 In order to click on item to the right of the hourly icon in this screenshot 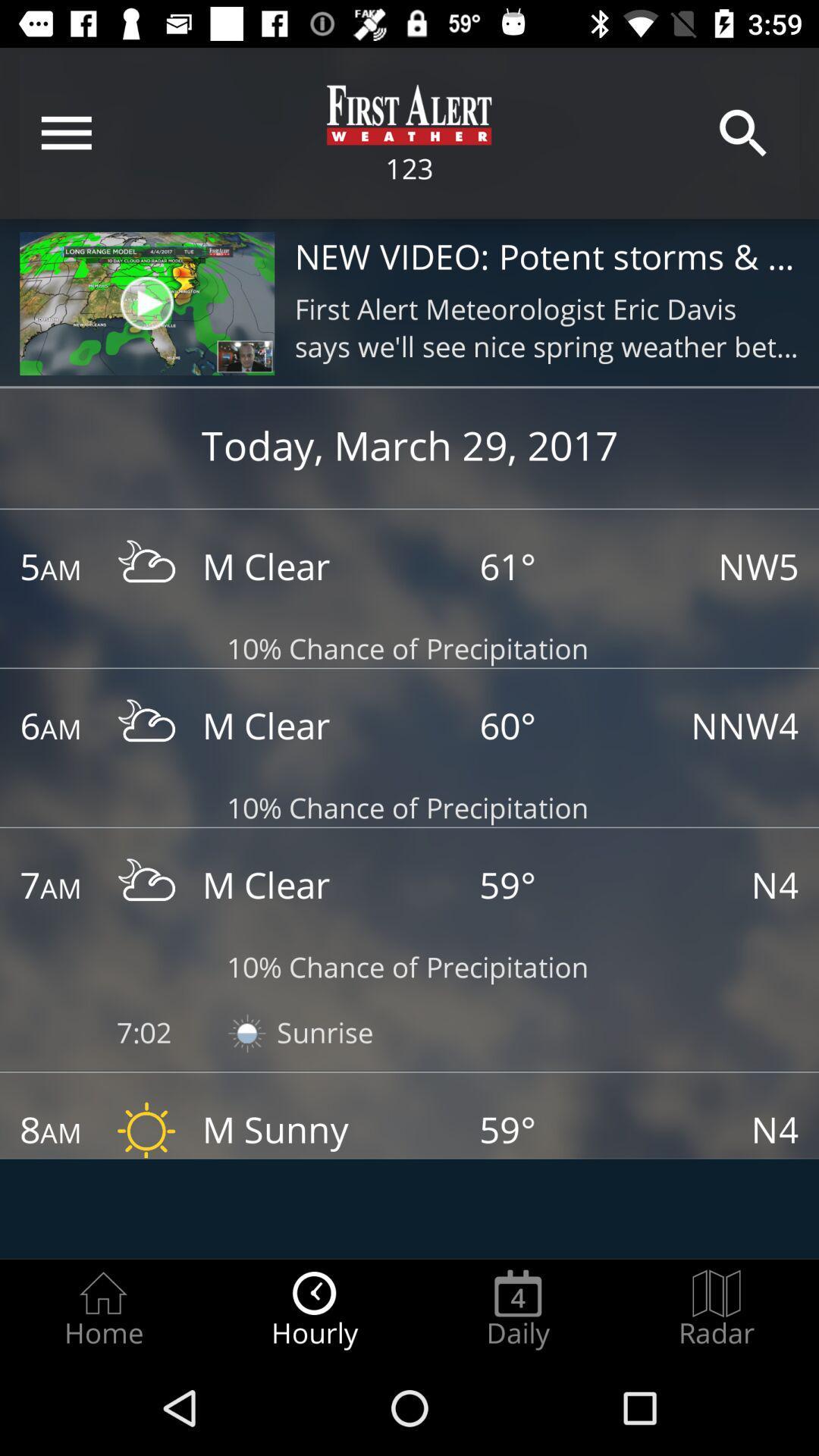, I will do `click(517, 1309)`.